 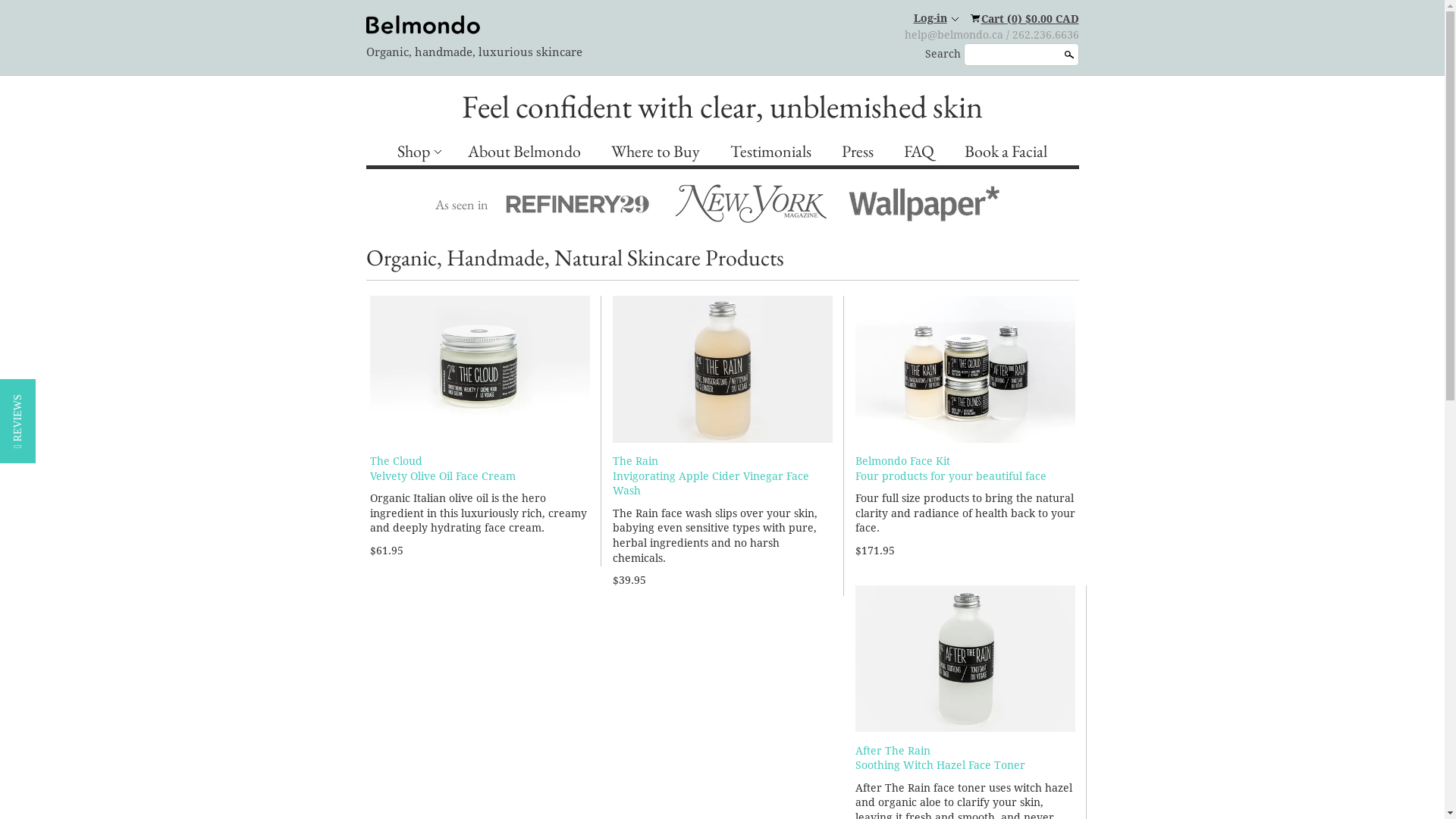 I want to click on 'The Cloud', so click(x=396, y=460).